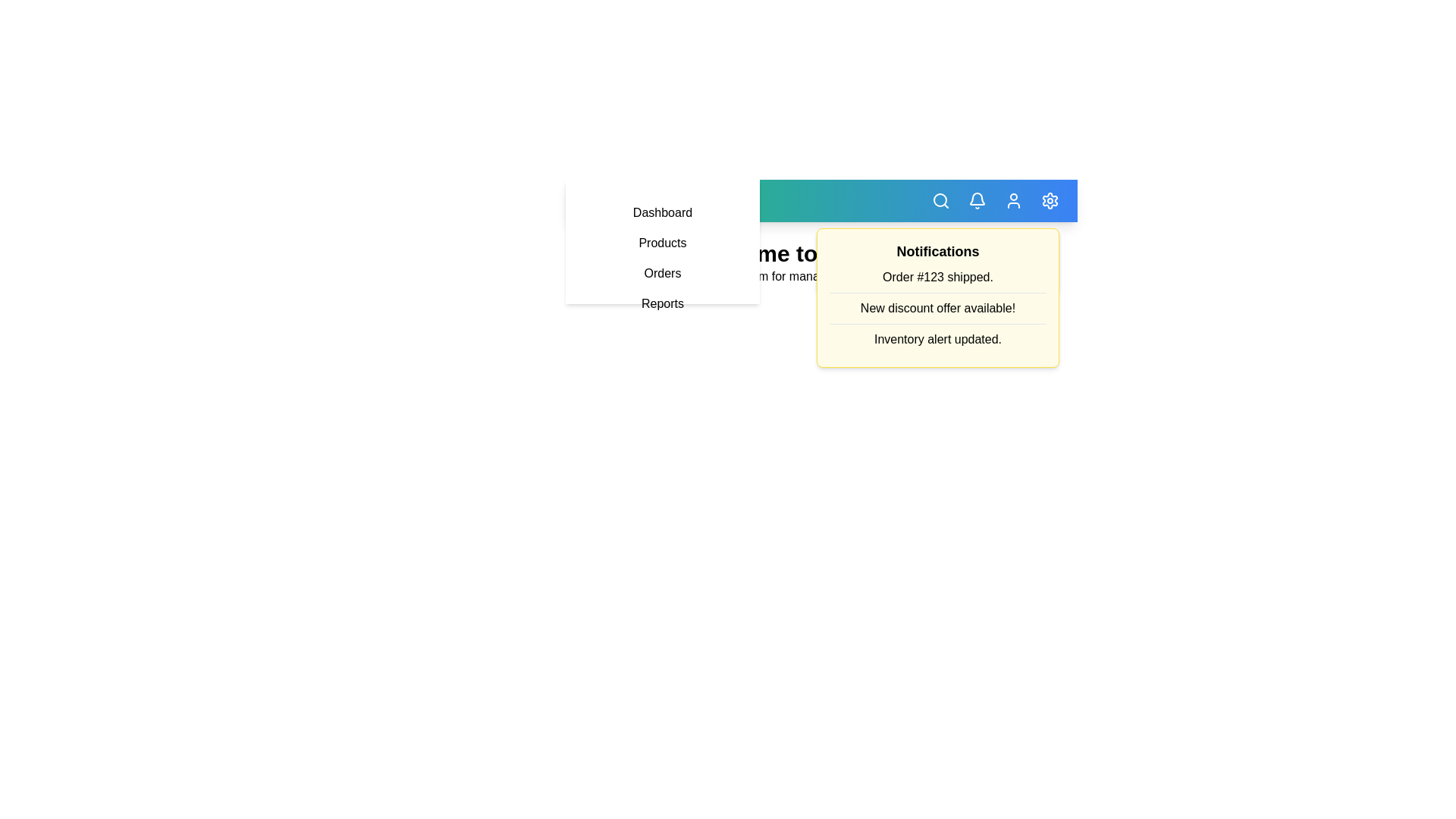  I want to click on the static text notification displaying 'Inventory alert updated.' located in the dropdown box titled 'Notifications', so click(937, 338).